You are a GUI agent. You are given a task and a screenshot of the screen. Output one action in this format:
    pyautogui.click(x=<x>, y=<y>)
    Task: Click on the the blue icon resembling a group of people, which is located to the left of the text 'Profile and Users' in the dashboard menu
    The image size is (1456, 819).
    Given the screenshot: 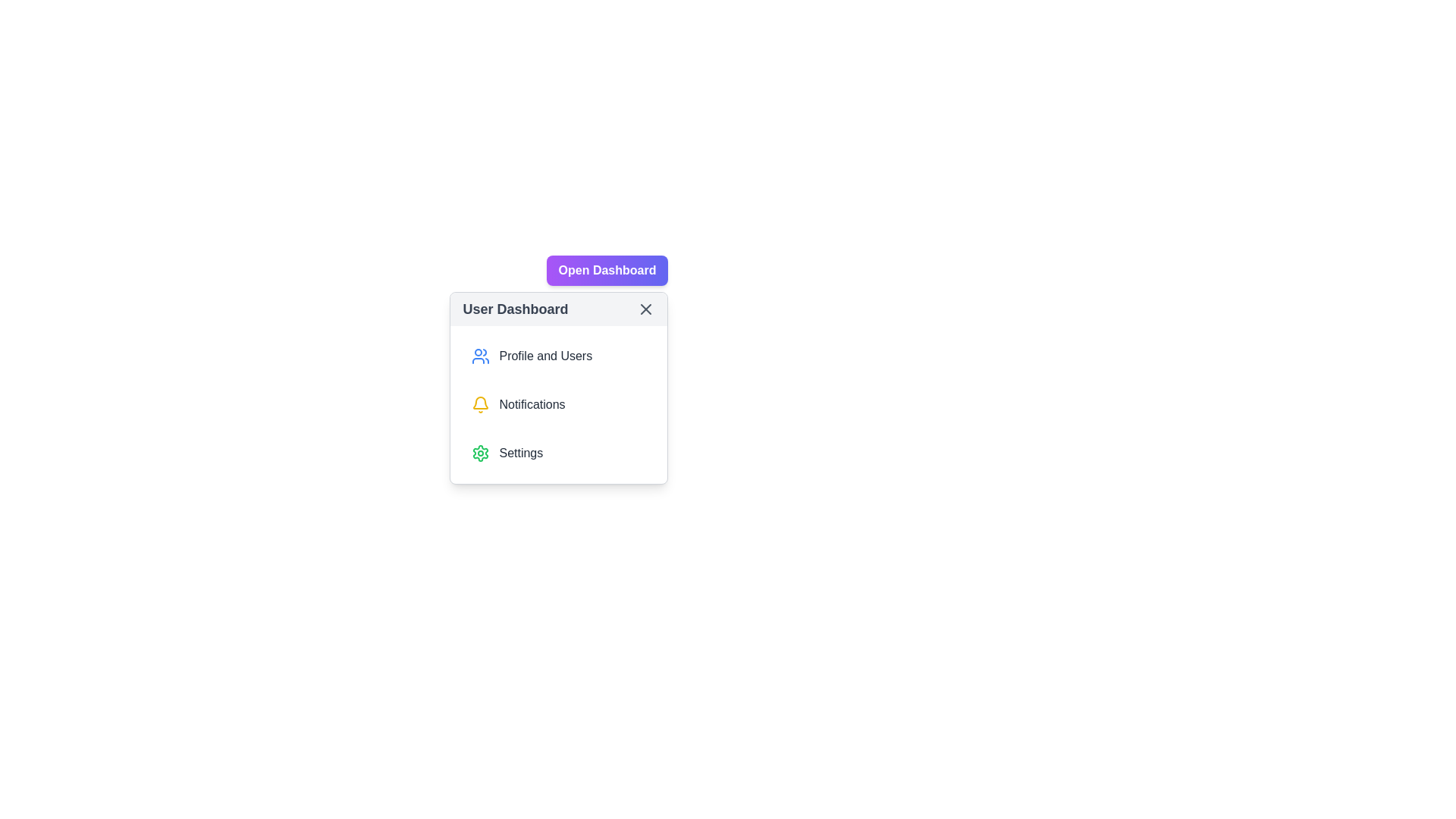 What is the action you would take?
    pyautogui.click(x=480, y=356)
    